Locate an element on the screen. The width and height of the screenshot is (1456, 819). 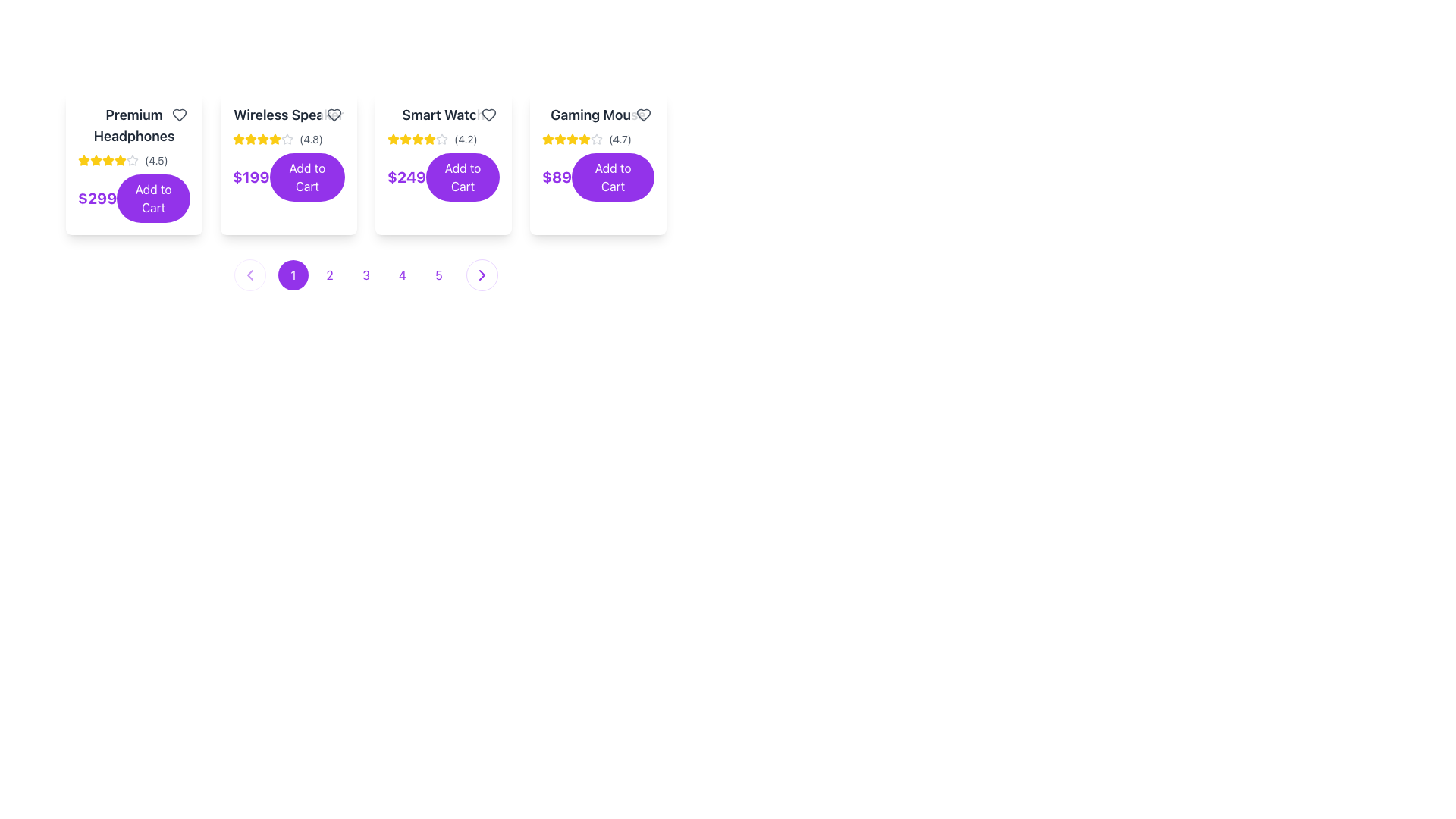
the 'Add to Cart' button located at the bottom center of the second card item in a horizontally arranged list is located at coordinates (288, 152).